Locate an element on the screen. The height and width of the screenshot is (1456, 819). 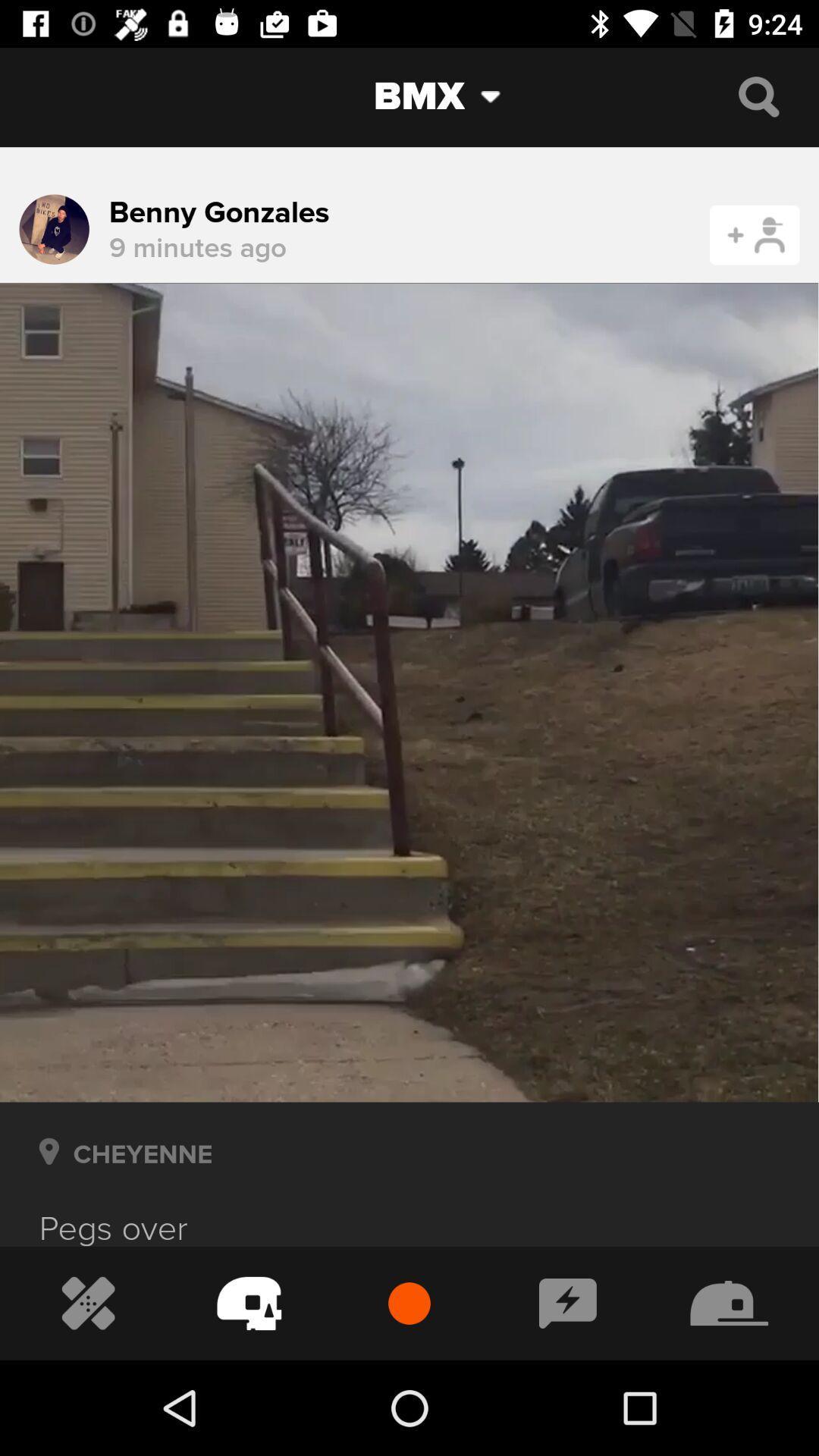
the search icon is located at coordinates (758, 96).